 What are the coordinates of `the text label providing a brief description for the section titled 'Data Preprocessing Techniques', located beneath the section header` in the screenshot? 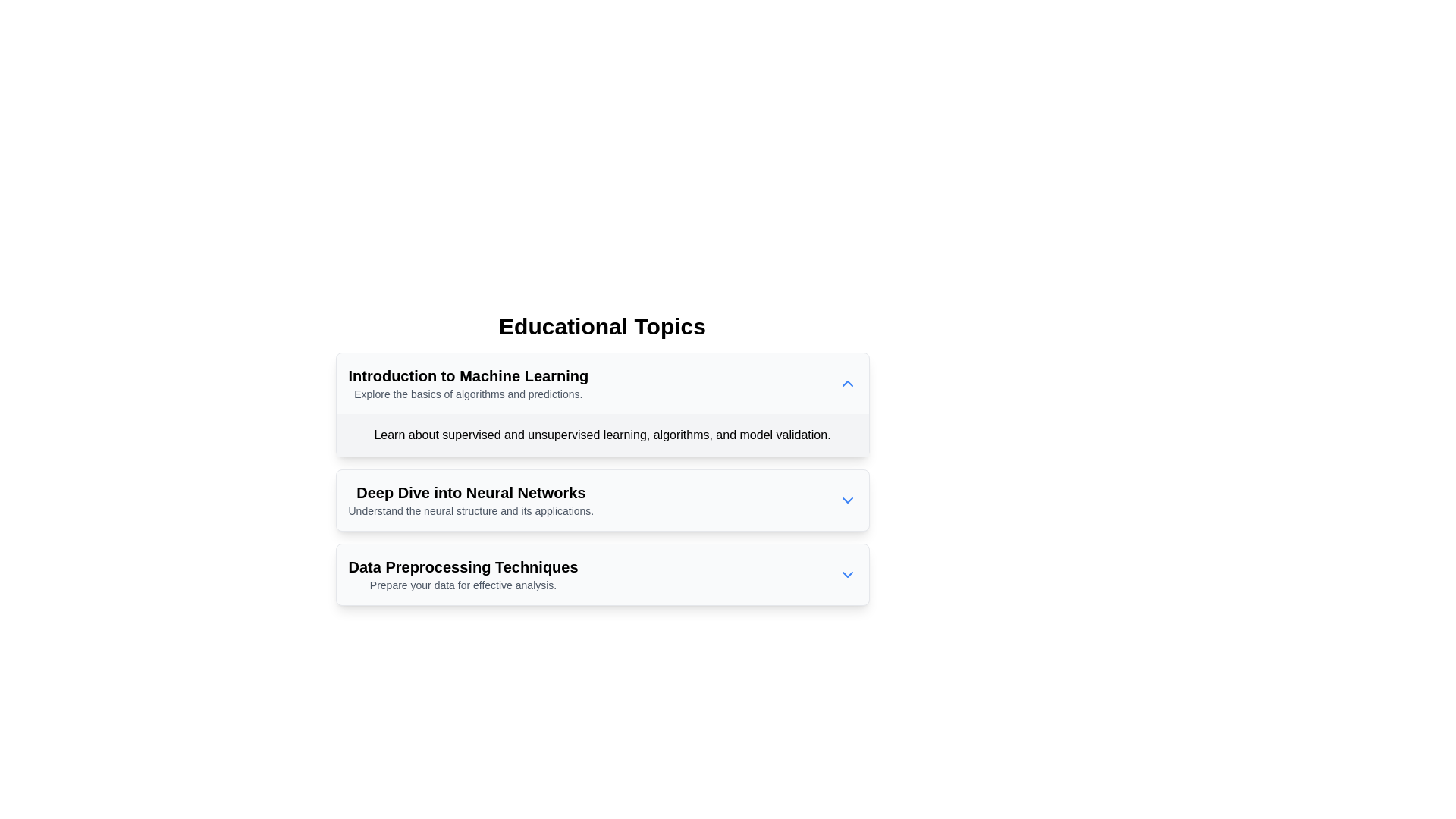 It's located at (462, 584).